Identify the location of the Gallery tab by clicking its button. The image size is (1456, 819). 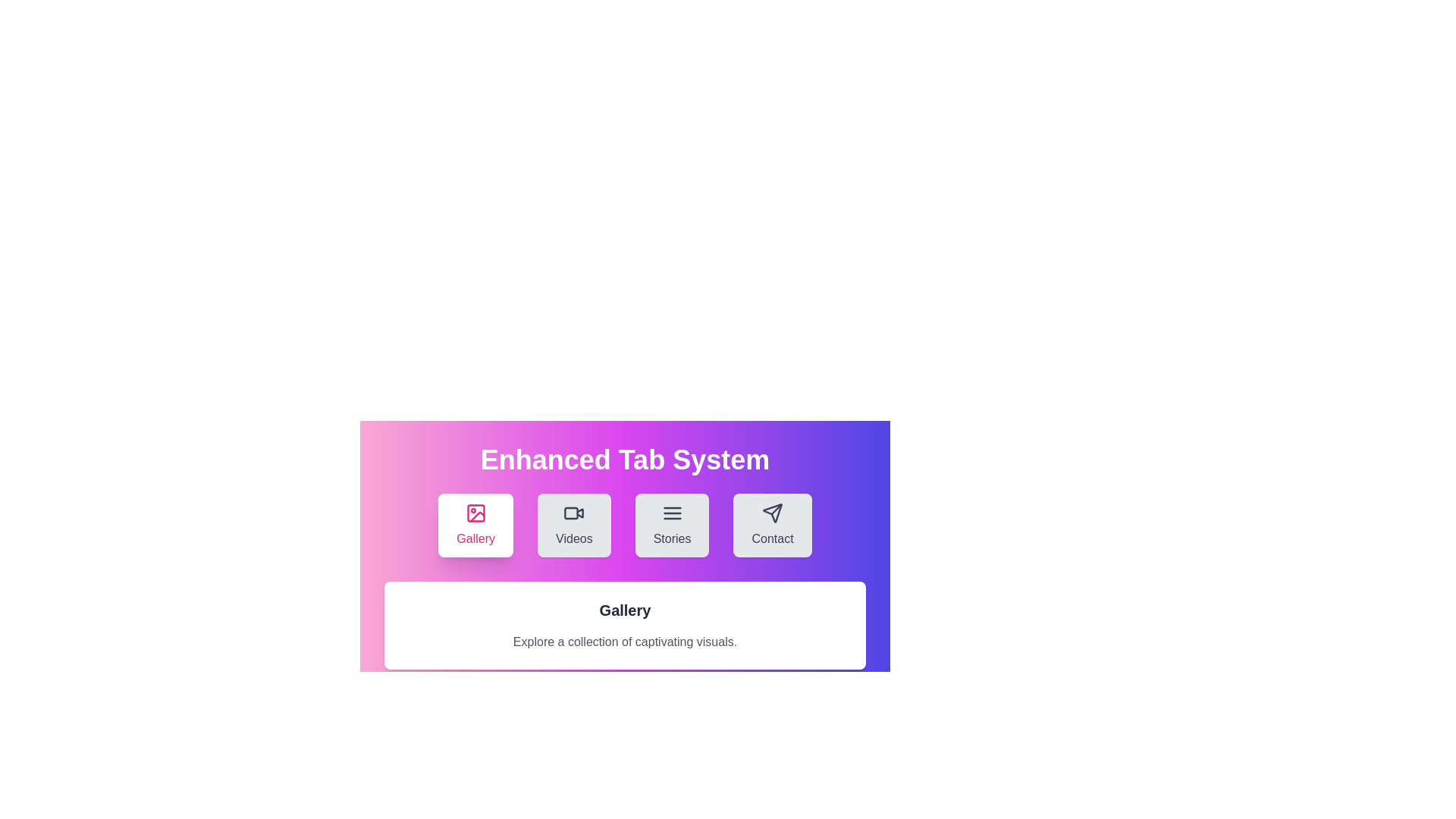
(475, 525).